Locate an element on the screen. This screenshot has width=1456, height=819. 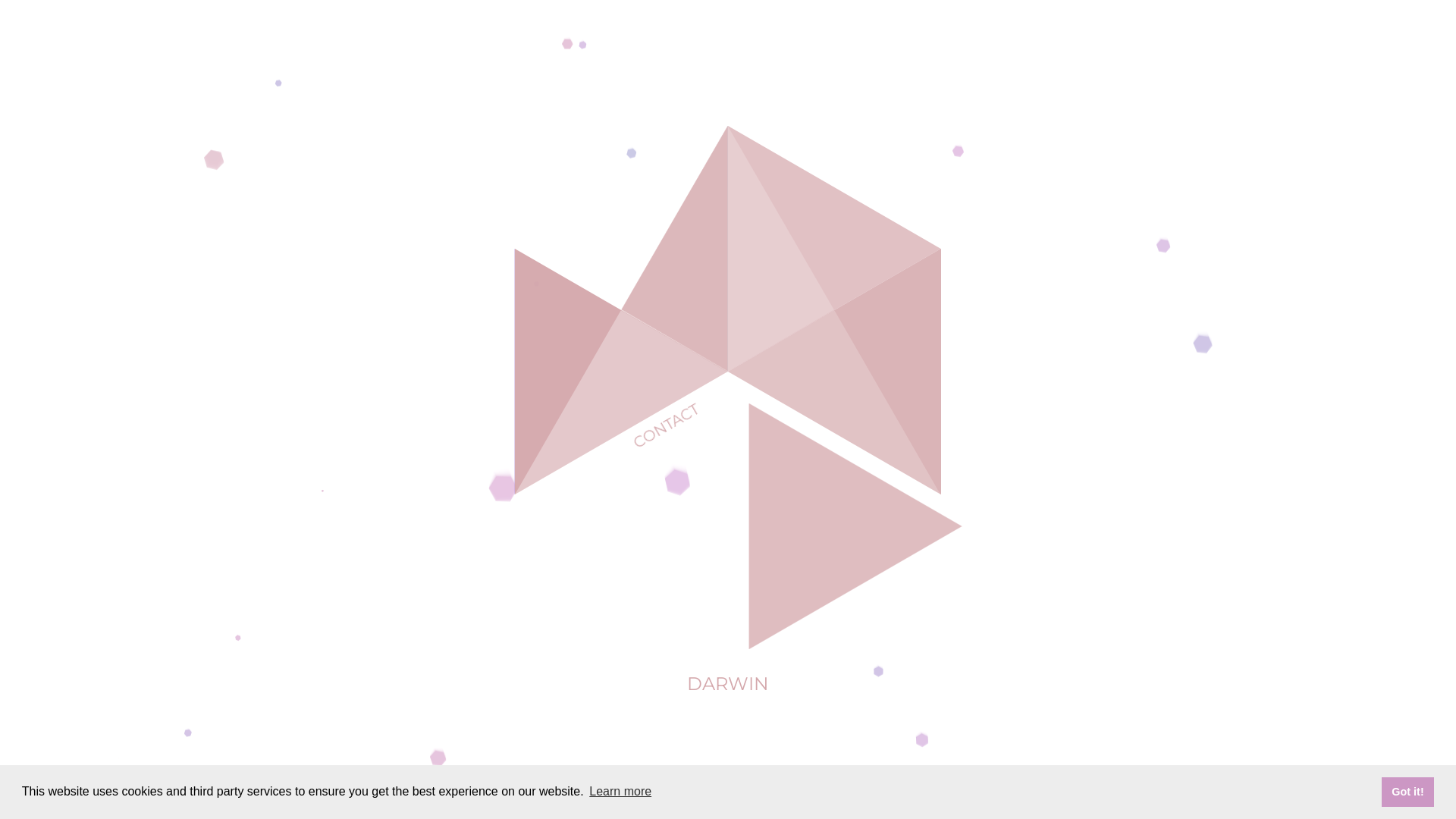
'Learn more' is located at coordinates (585, 791).